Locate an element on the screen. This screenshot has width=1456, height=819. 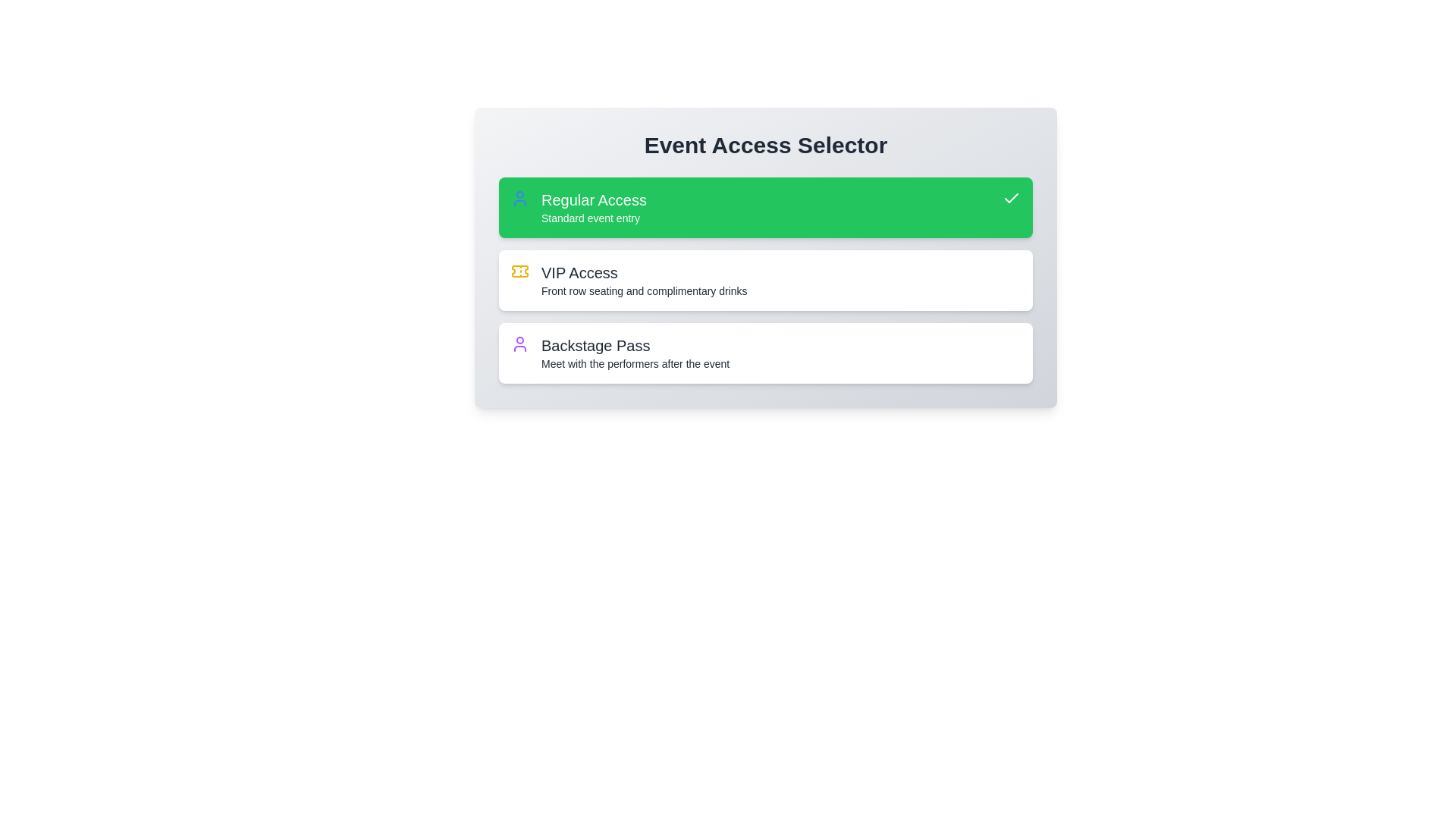
the 'Backstage Pass' button, which is the third option in a vertical stack, located below 'VIP Access' is located at coordinates (765, 353).